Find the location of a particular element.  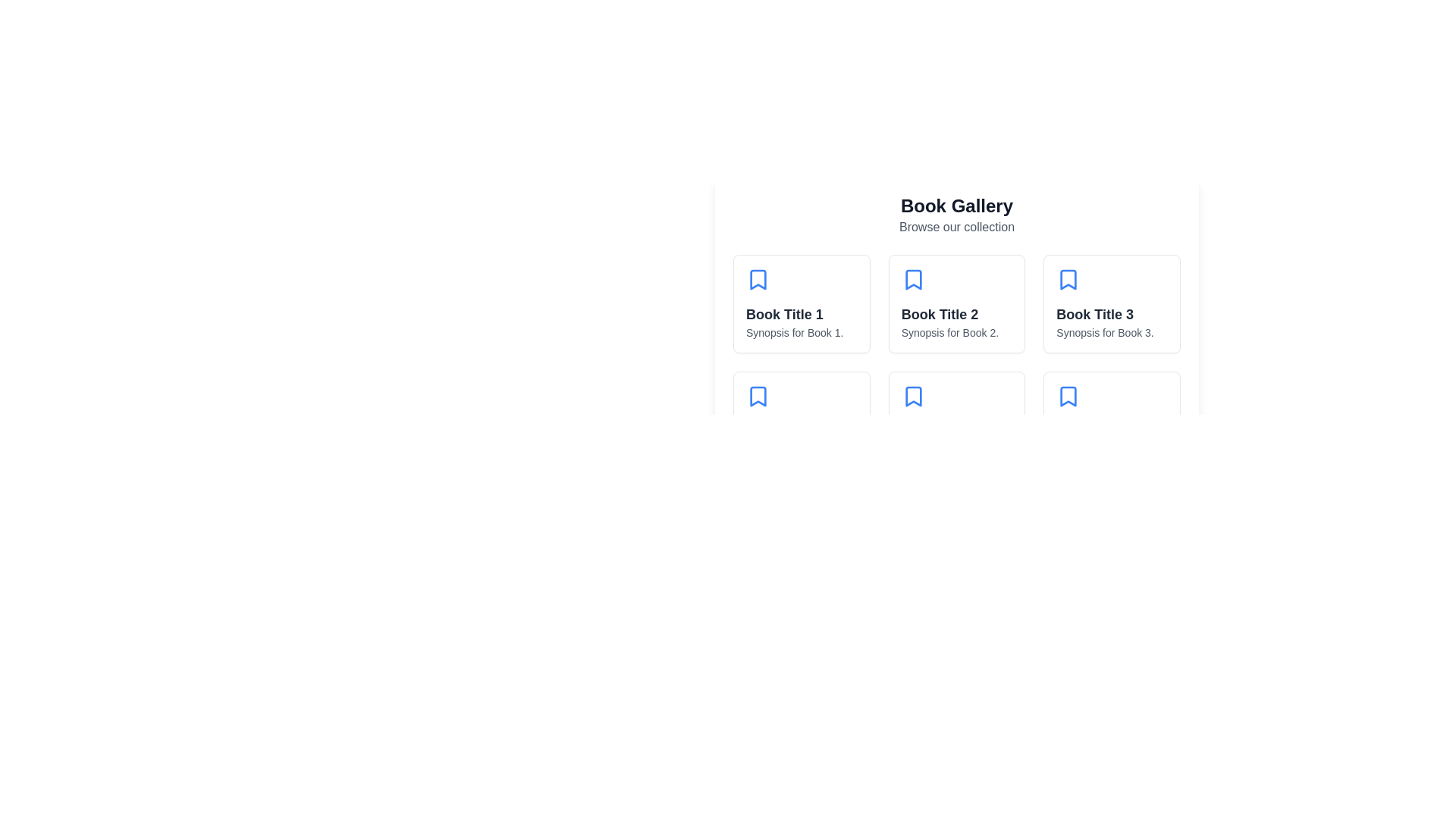

the blue bookmark icon located at the top left of the 'Book Title 3' card, directly above the title text 'Book Title 3' is located at coordinates (1068, 280).